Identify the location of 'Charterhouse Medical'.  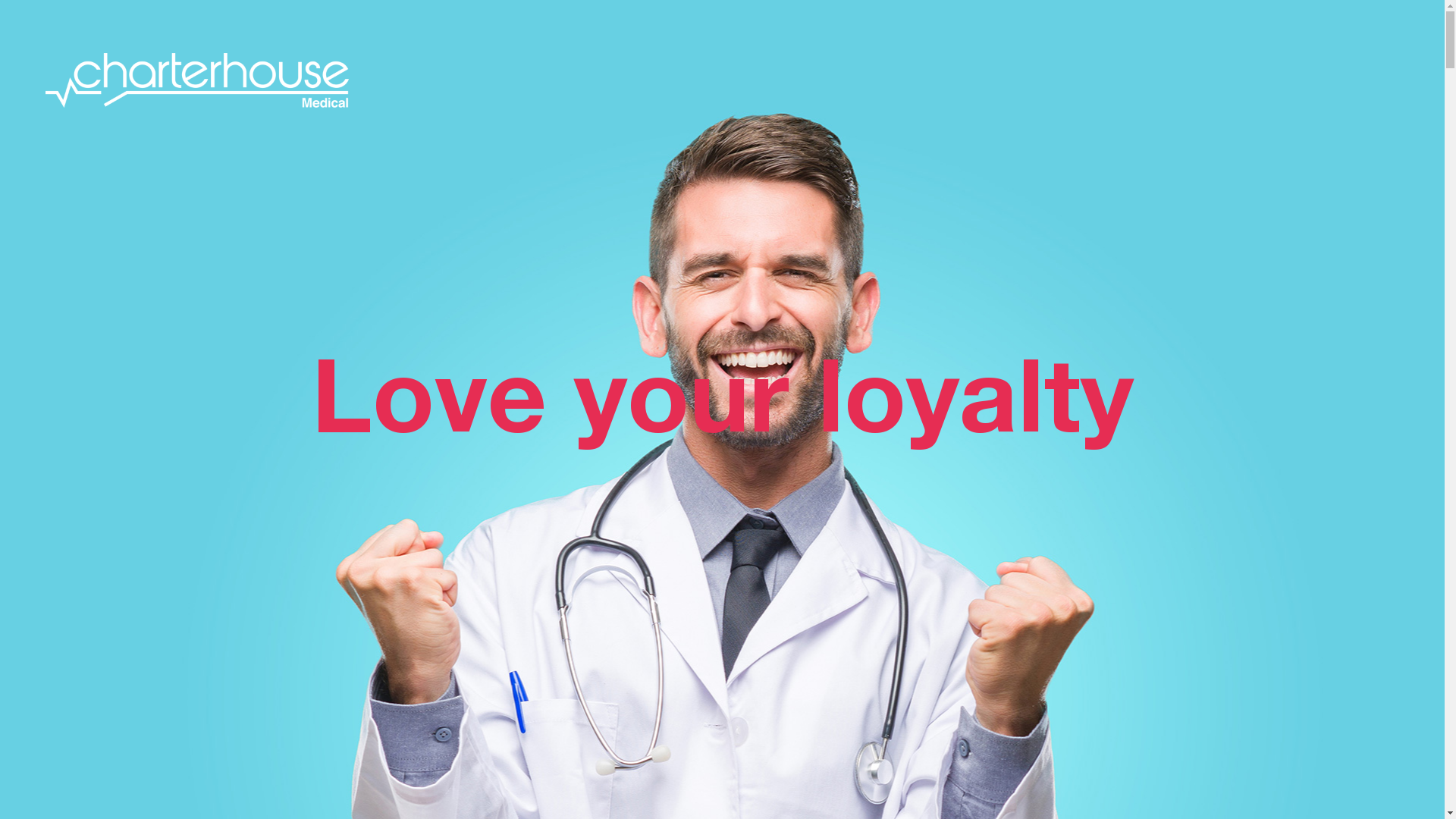
(196, 80).